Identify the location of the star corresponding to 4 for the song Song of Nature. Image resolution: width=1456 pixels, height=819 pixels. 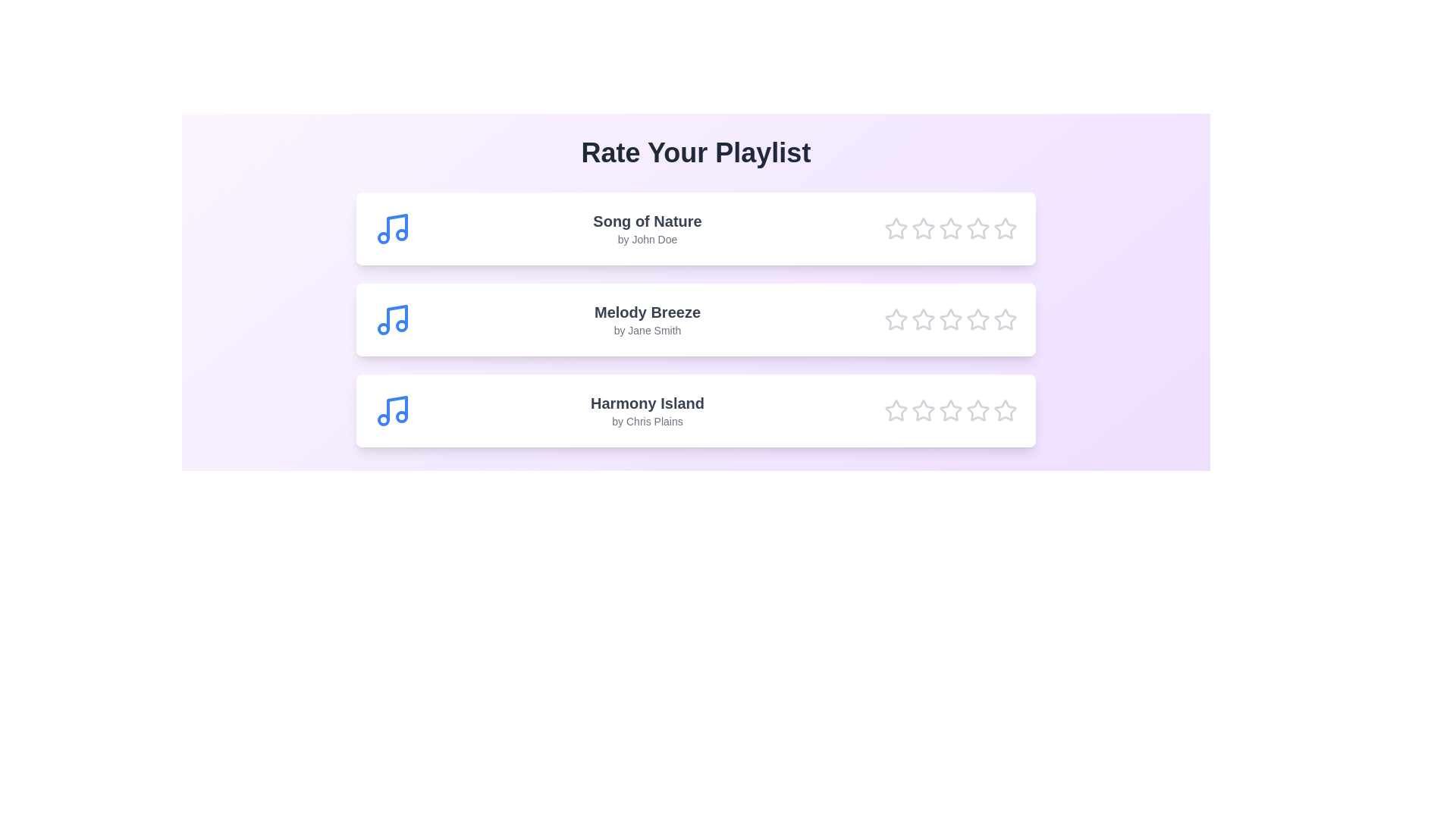
(978, 228).